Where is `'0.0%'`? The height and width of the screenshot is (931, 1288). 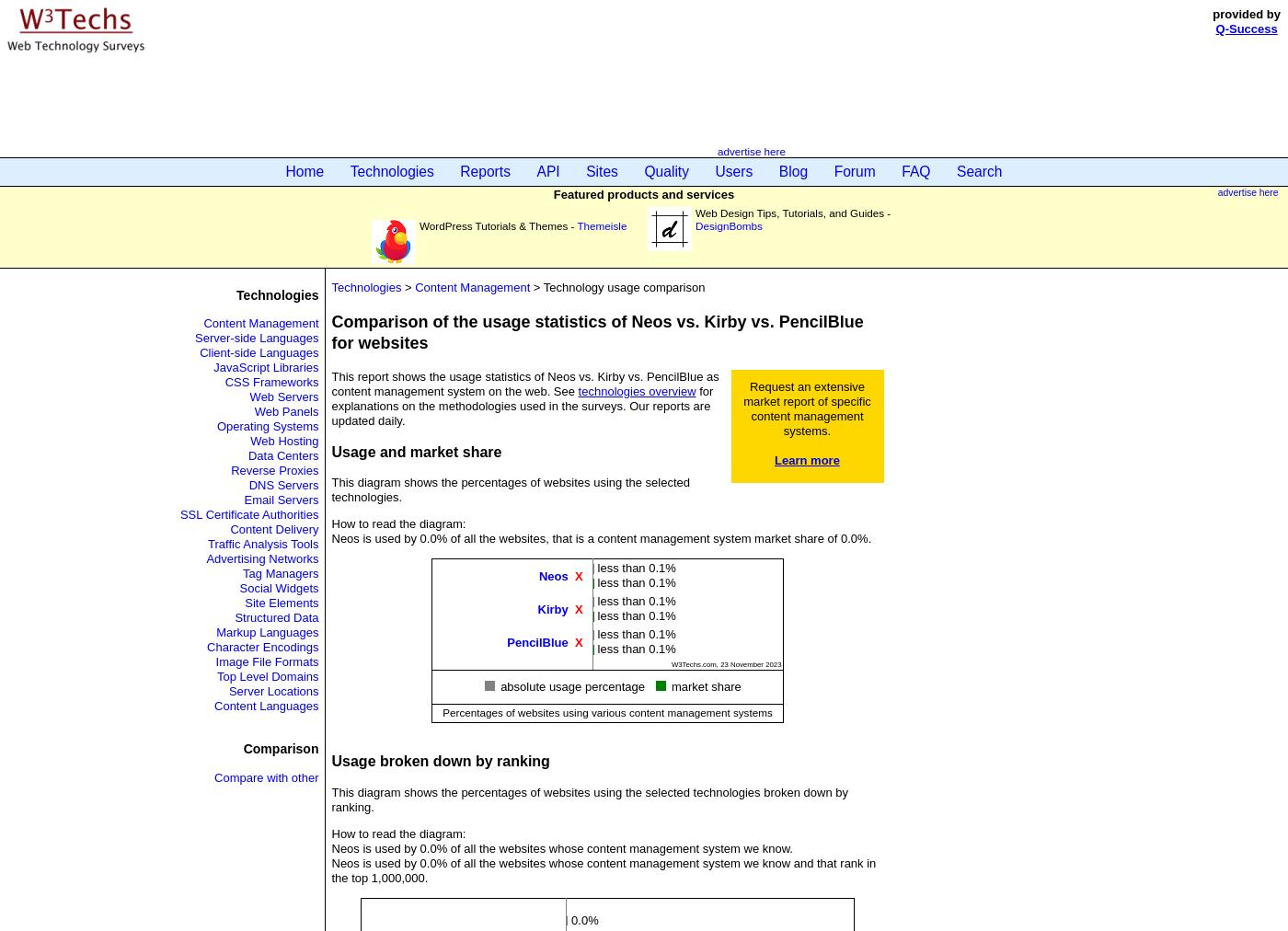 '0.0%' is located at coordinates (584, 919).